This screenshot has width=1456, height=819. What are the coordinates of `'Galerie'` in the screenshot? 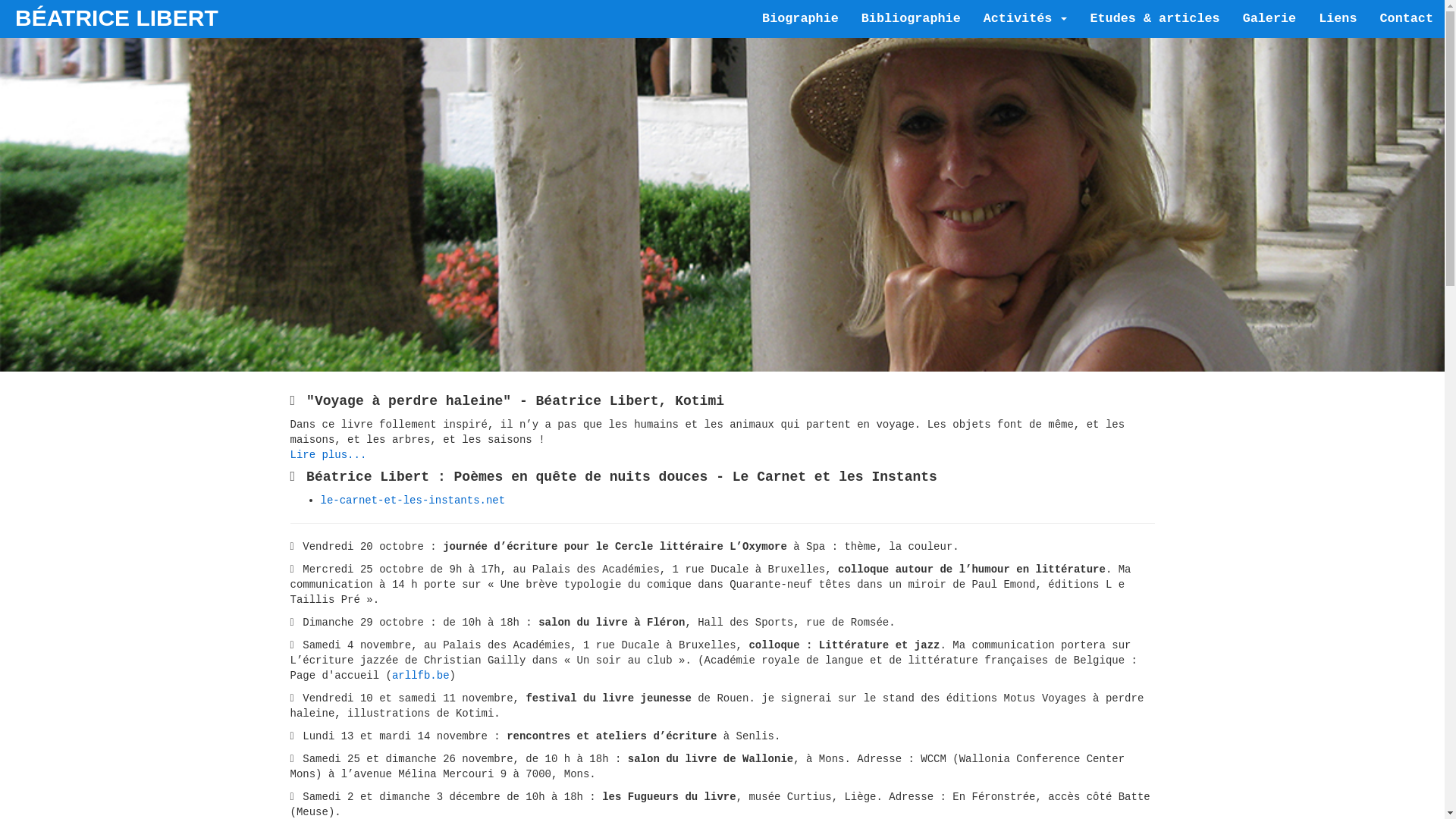 It's located at (1269, 18).